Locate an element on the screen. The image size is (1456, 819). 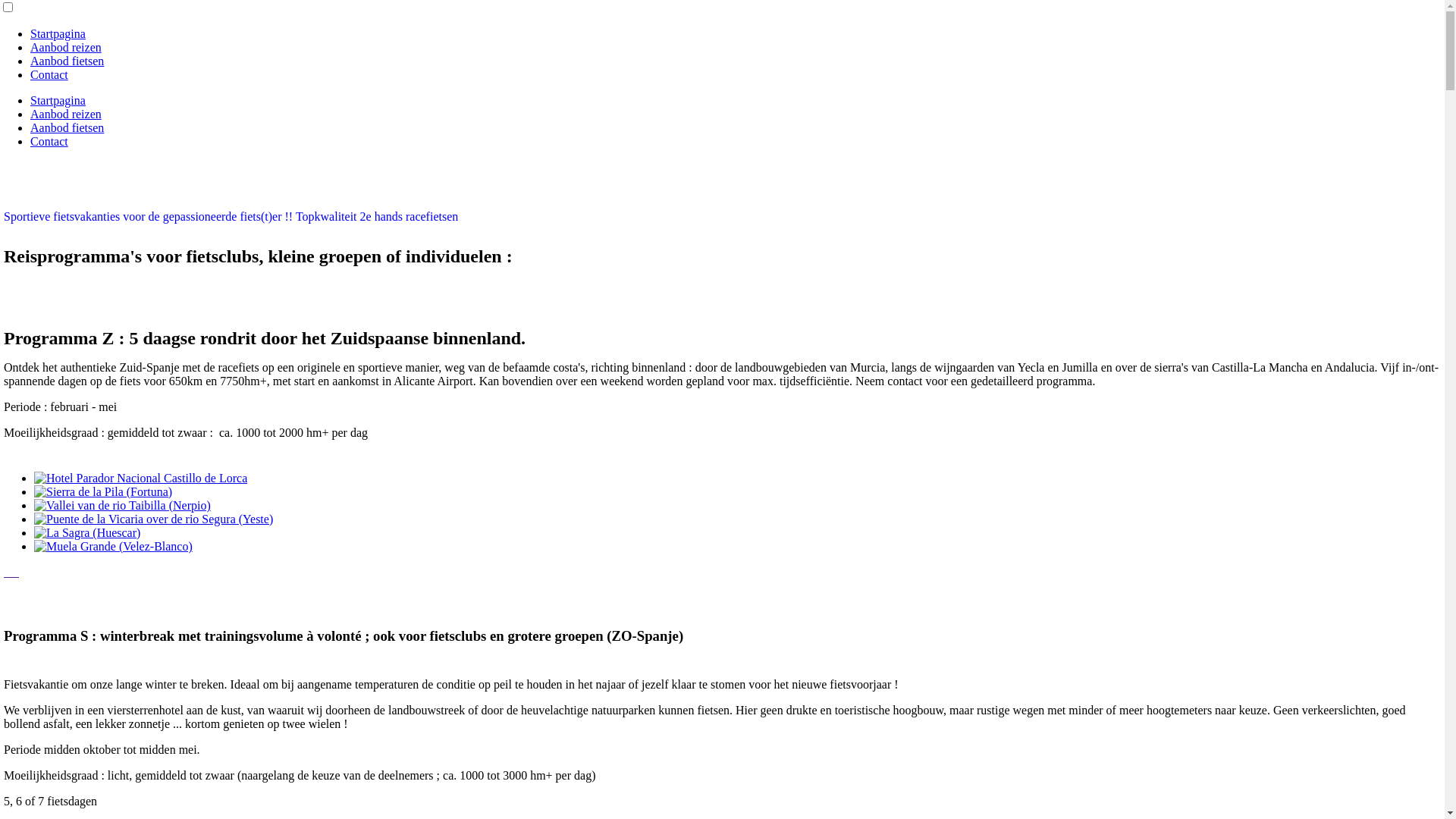
'Contact' is located at coordinates (49, 74).